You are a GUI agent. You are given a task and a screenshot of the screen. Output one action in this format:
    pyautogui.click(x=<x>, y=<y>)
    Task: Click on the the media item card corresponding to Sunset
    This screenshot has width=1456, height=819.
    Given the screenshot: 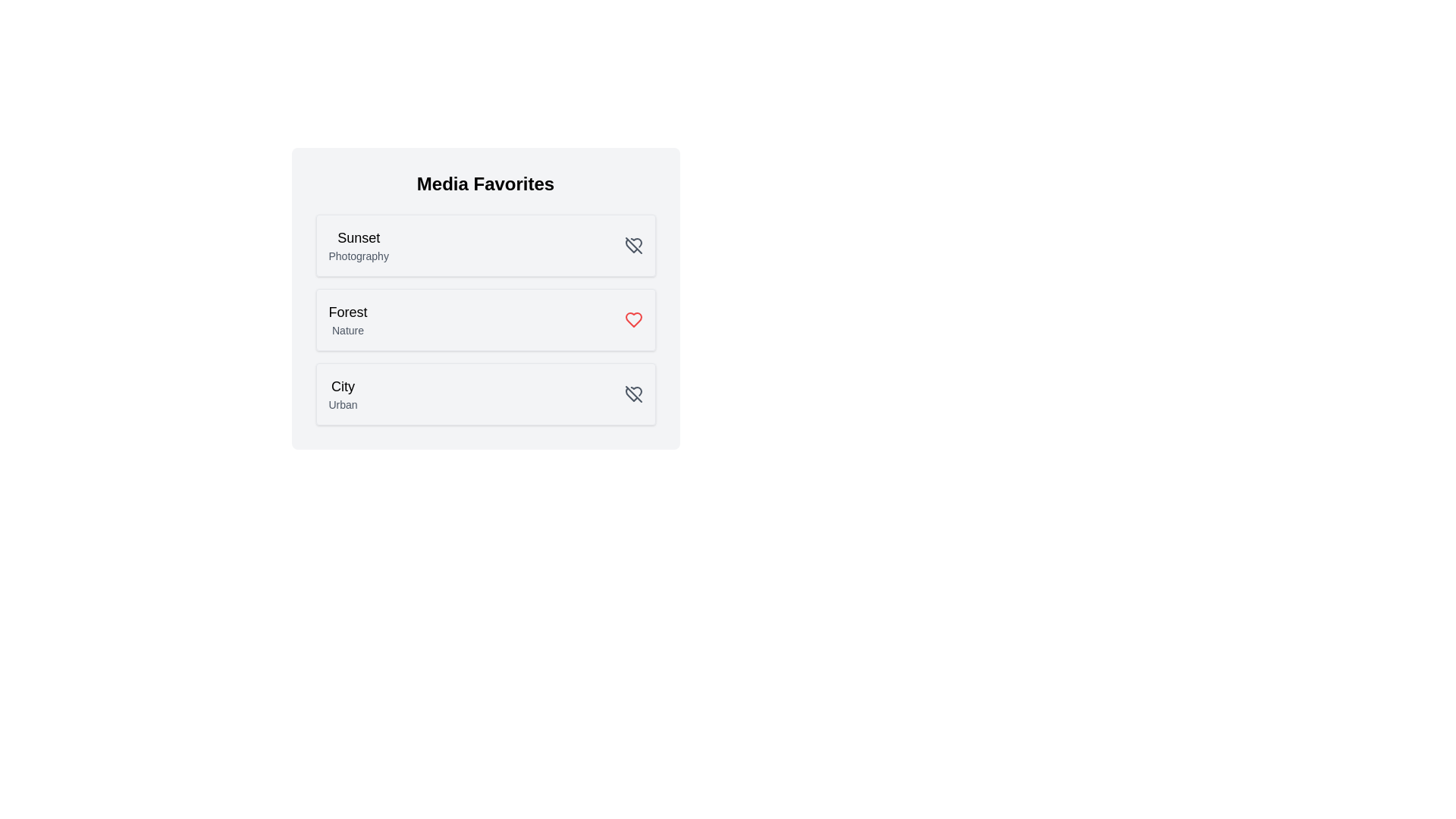 What is the action you would take?
    pyautogui.click(x=485, y=245)
    